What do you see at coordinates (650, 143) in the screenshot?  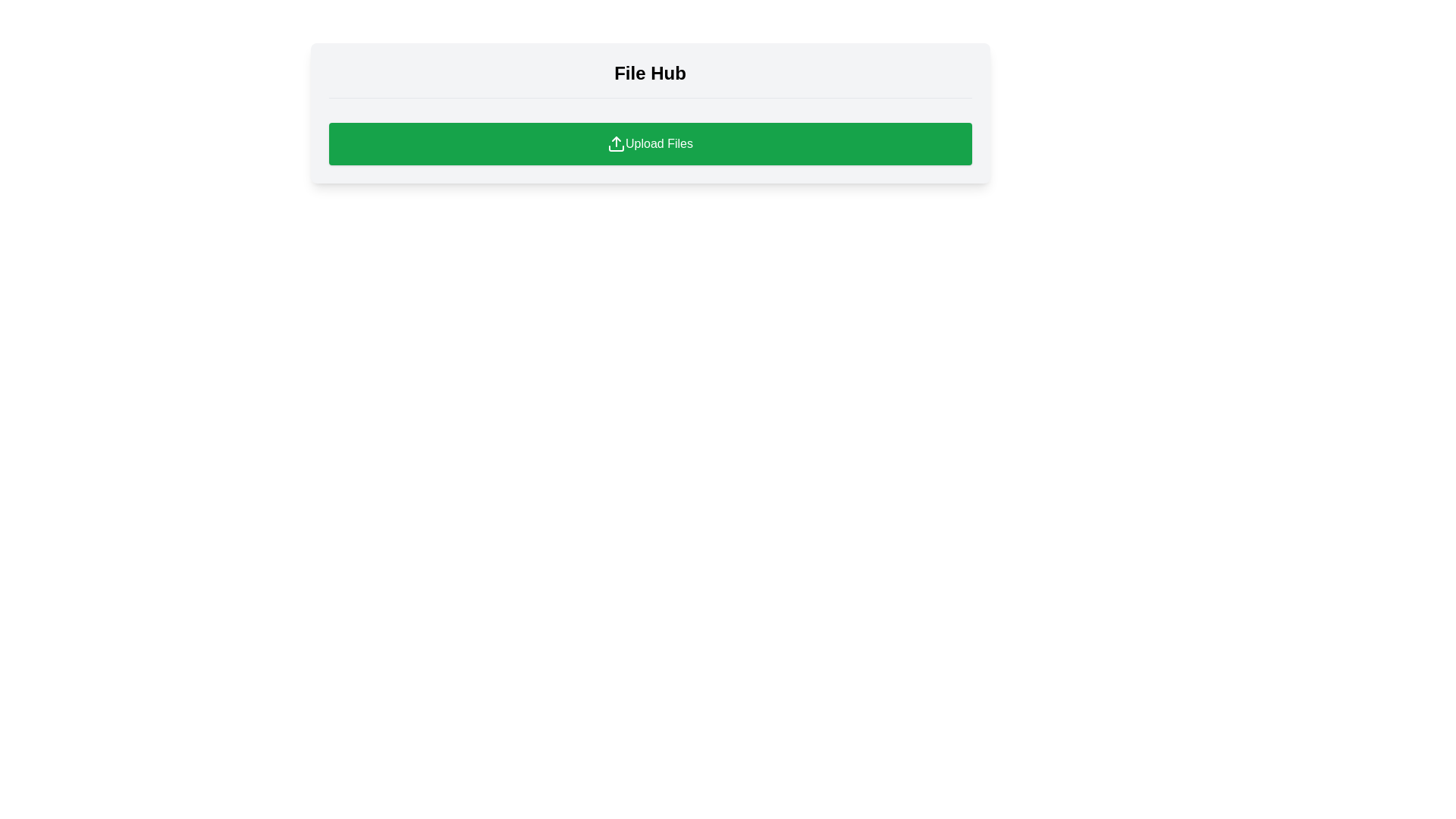 I see `the prominent call-to-action button located below the thin divider line in the 'File Hub' card` at bounding box center [650, 143].